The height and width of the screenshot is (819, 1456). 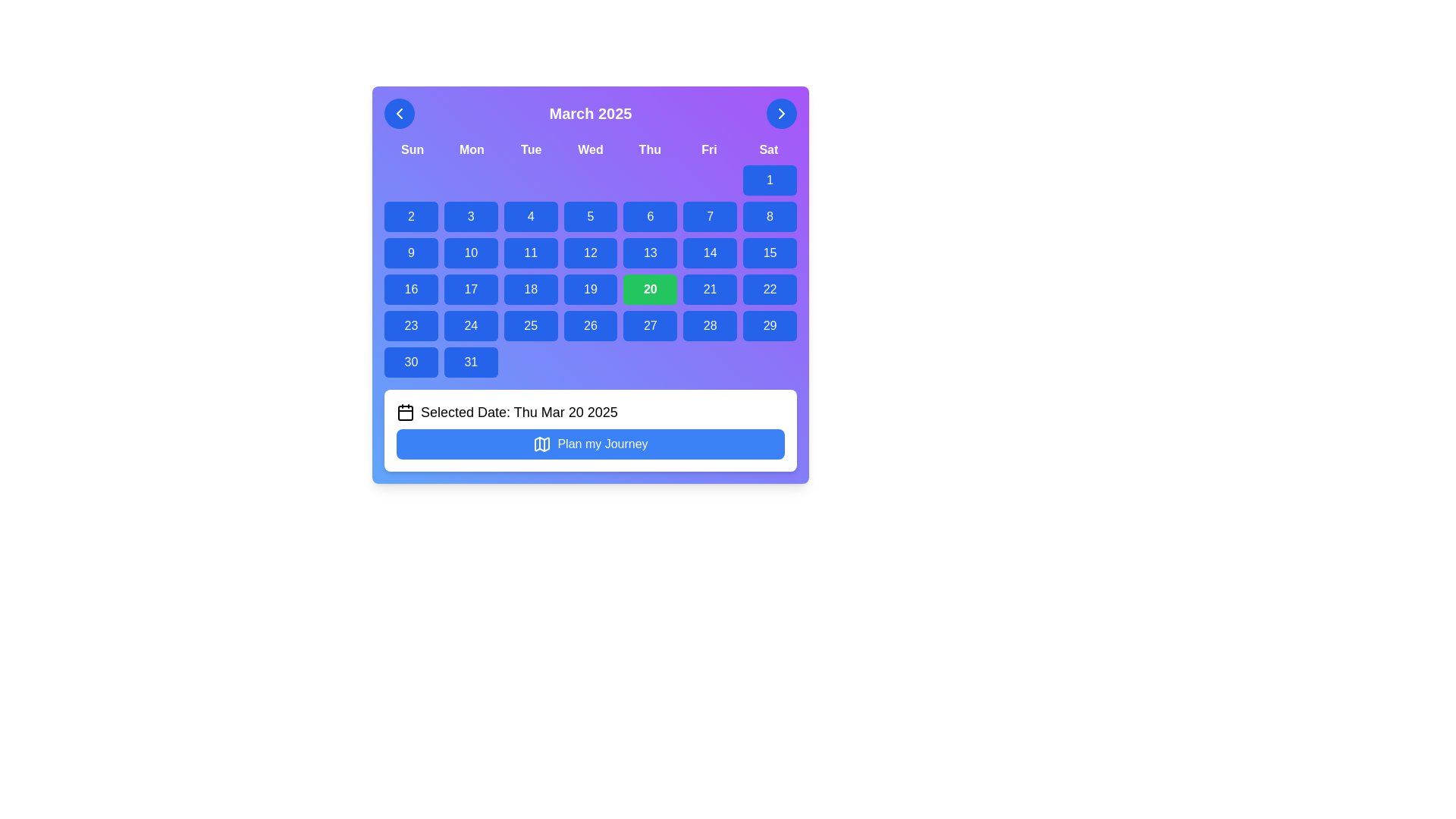 I want to click on the 'Friday' label in the calendar view, which is positioned between 'Thu' and 'Sat' in the weekly header, so click(x=708, y=149).